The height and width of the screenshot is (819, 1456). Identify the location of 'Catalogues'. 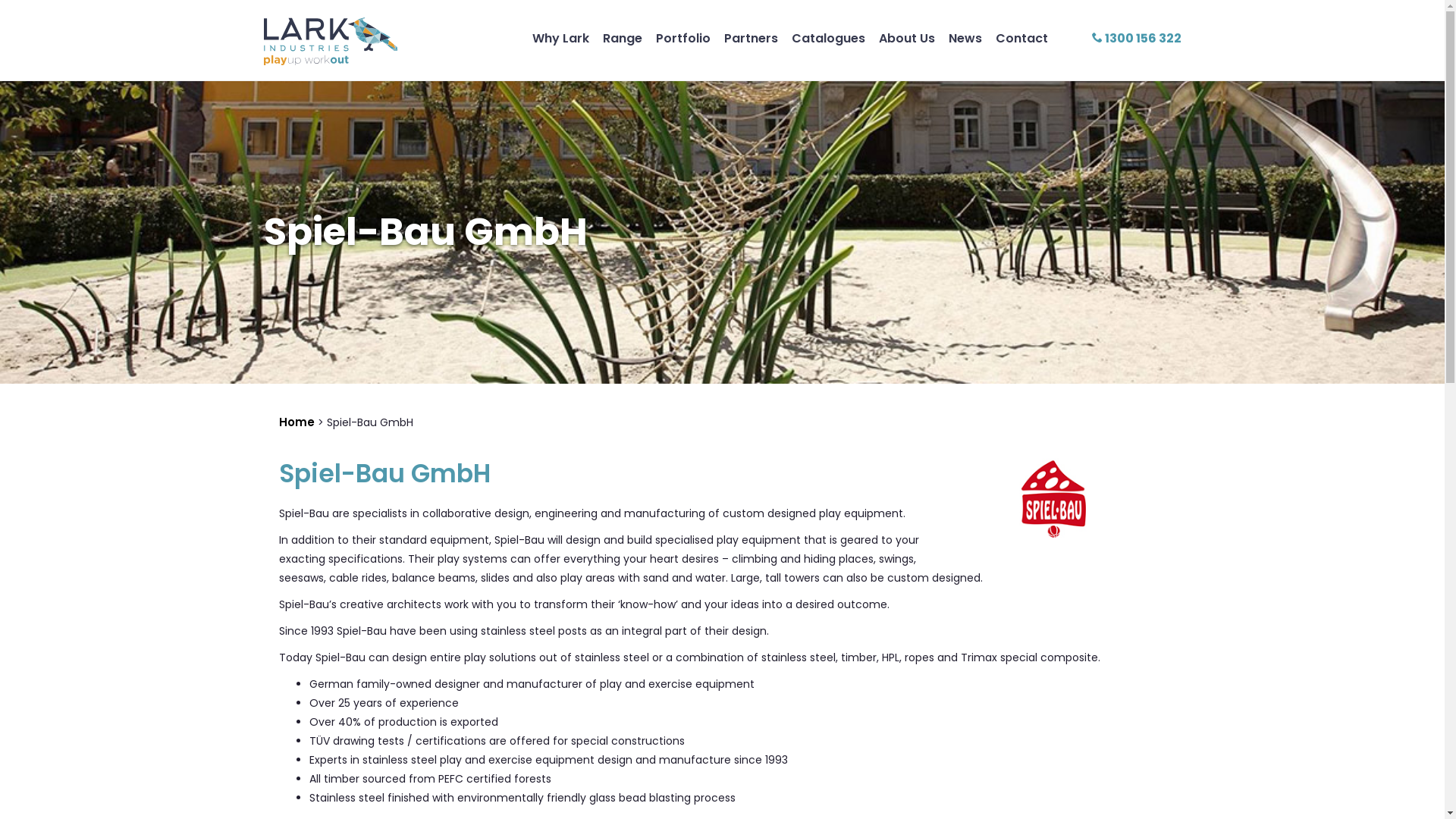
(827, 37).